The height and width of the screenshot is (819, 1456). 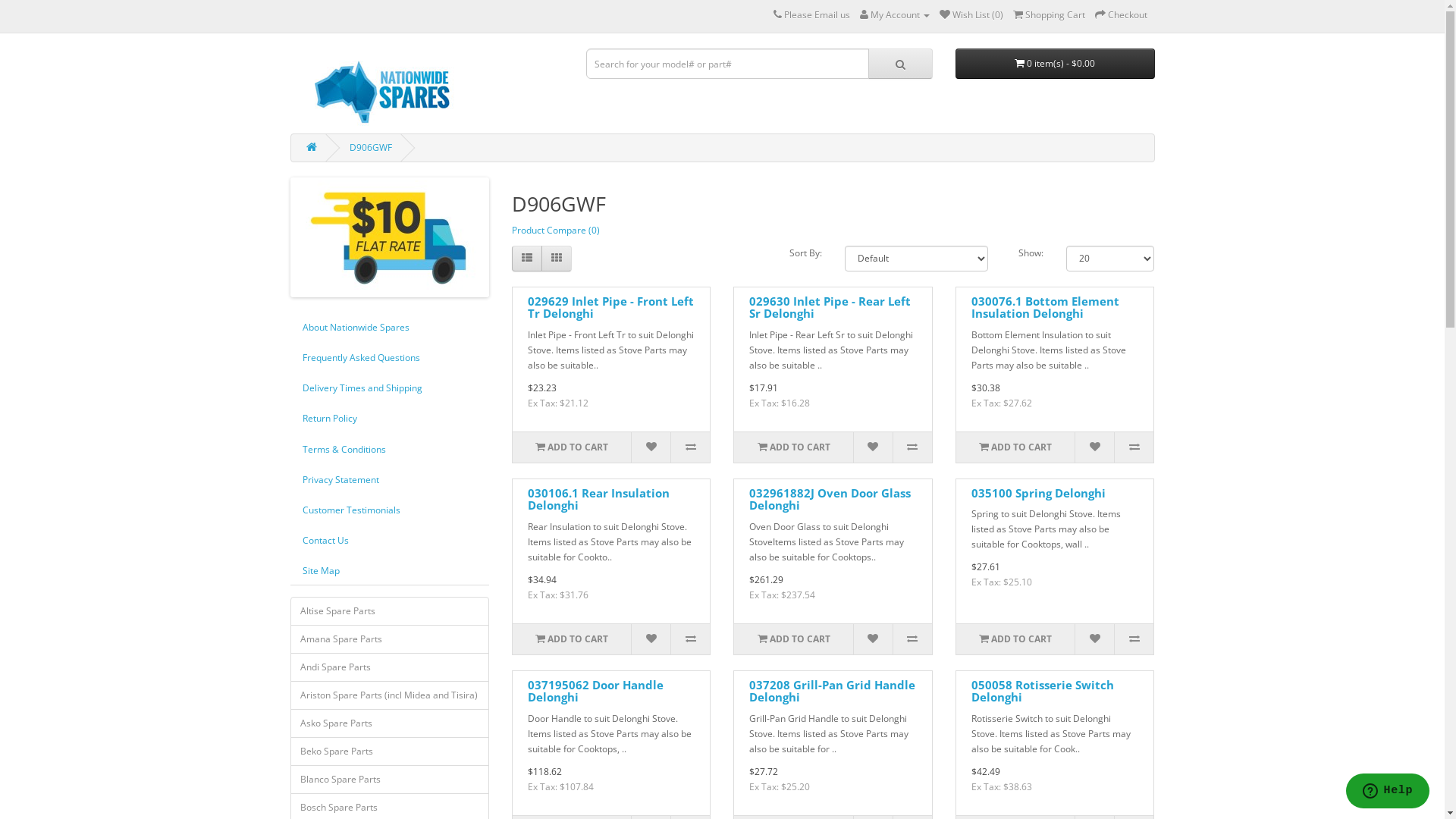 What do you see at coordinates (1054, 63) in the screenshot?
I see `'0 item(s) - $0.00'` at bounding box center [1054, 63].